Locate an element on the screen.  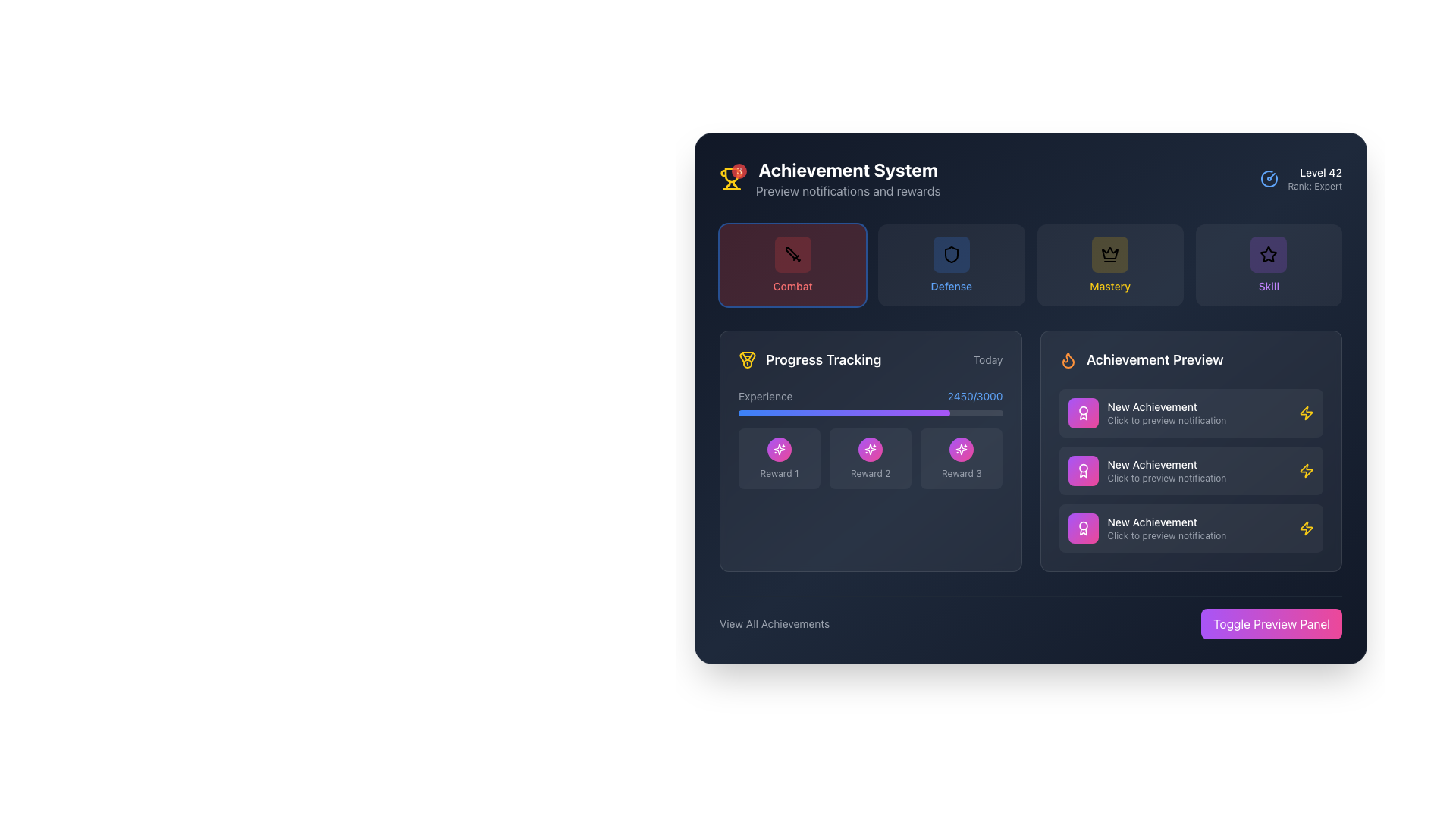
the 'New Achievement' notification displayed in the 'Achievement Preview' section, which is the lowest text block among three entries is located at coordinates (1197, 528).